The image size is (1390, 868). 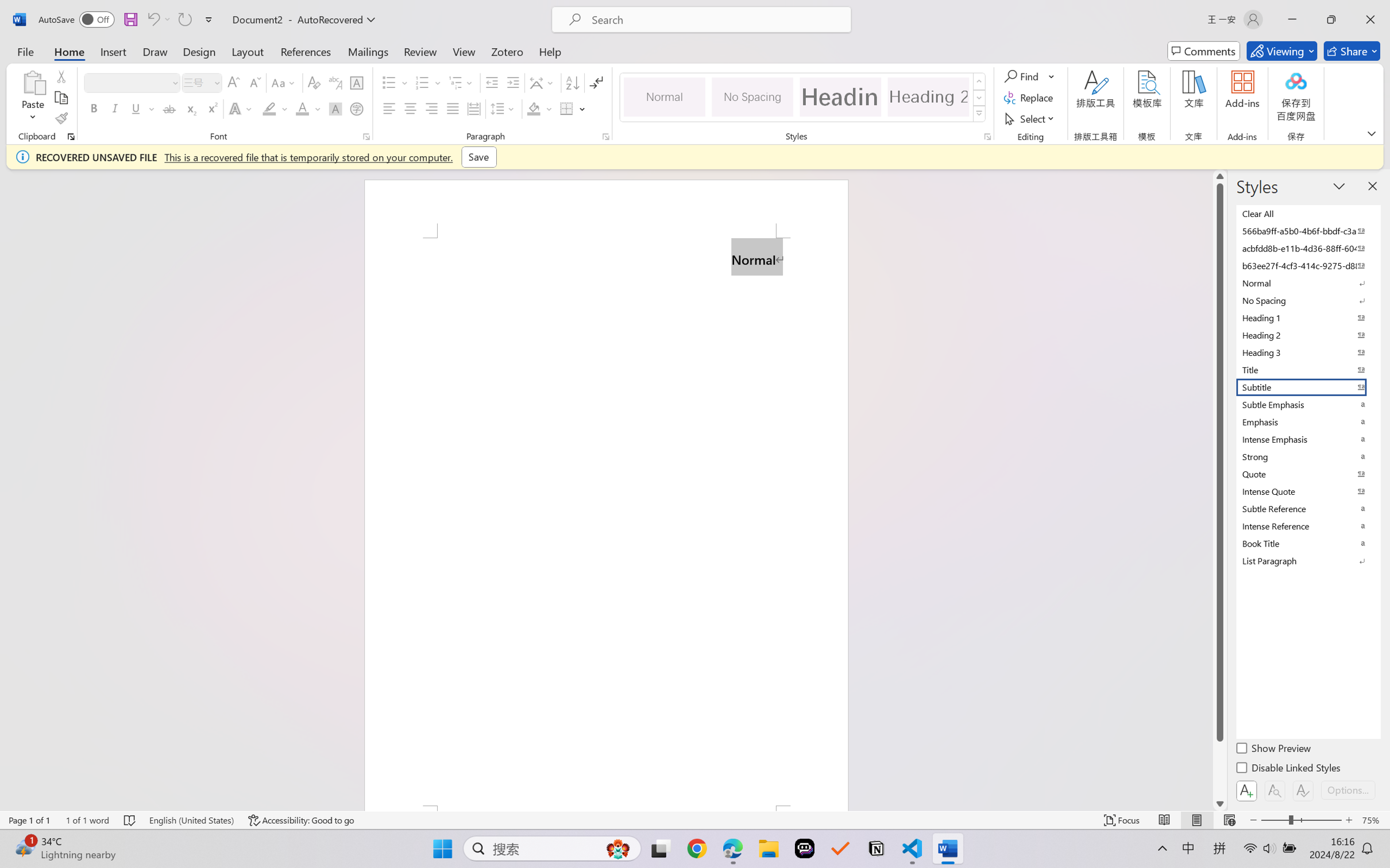 I want to click on 'Options...', so click(x=1346, y=789).